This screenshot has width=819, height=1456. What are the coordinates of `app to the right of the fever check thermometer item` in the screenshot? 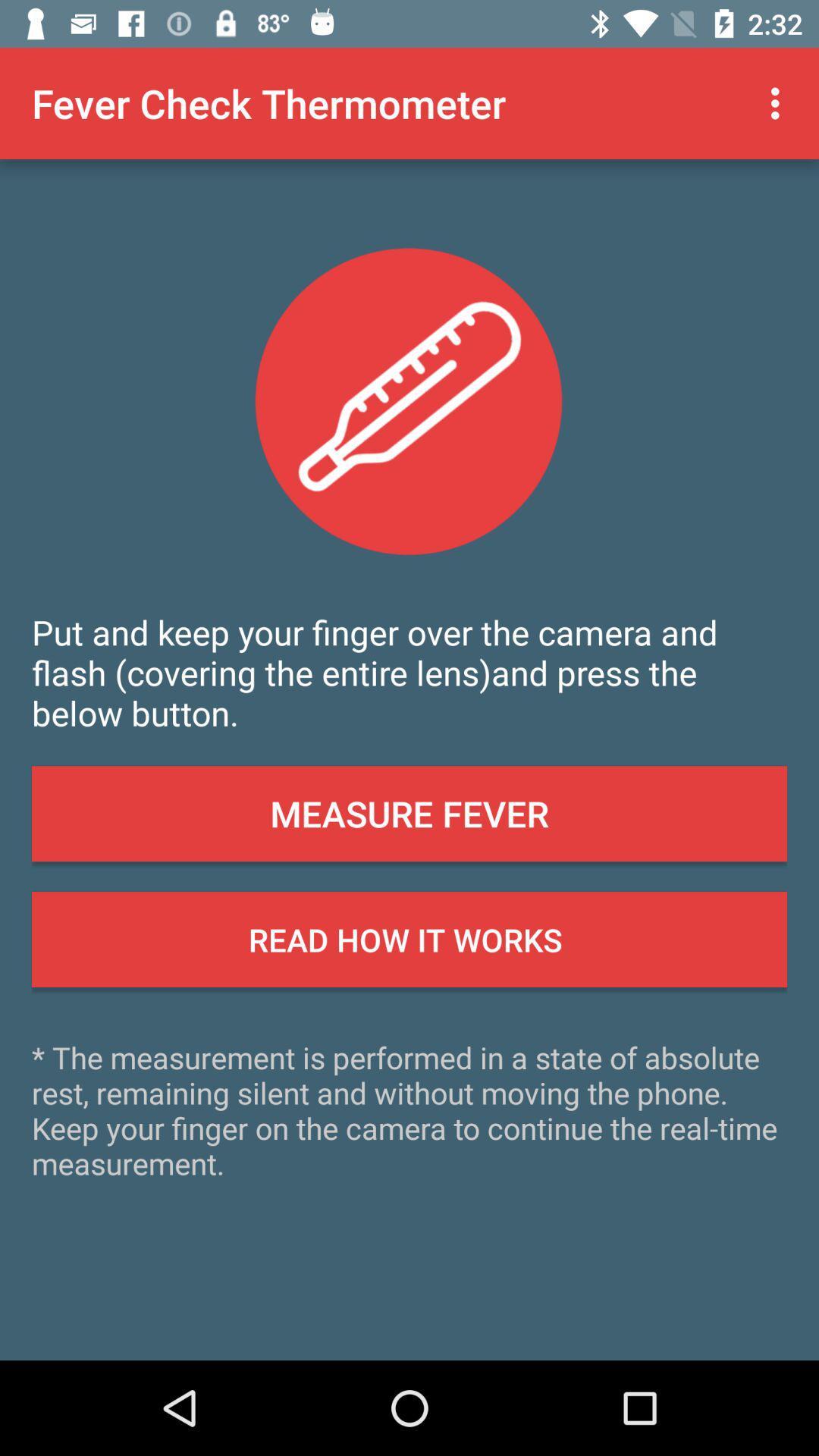 It's located at (779, 102).